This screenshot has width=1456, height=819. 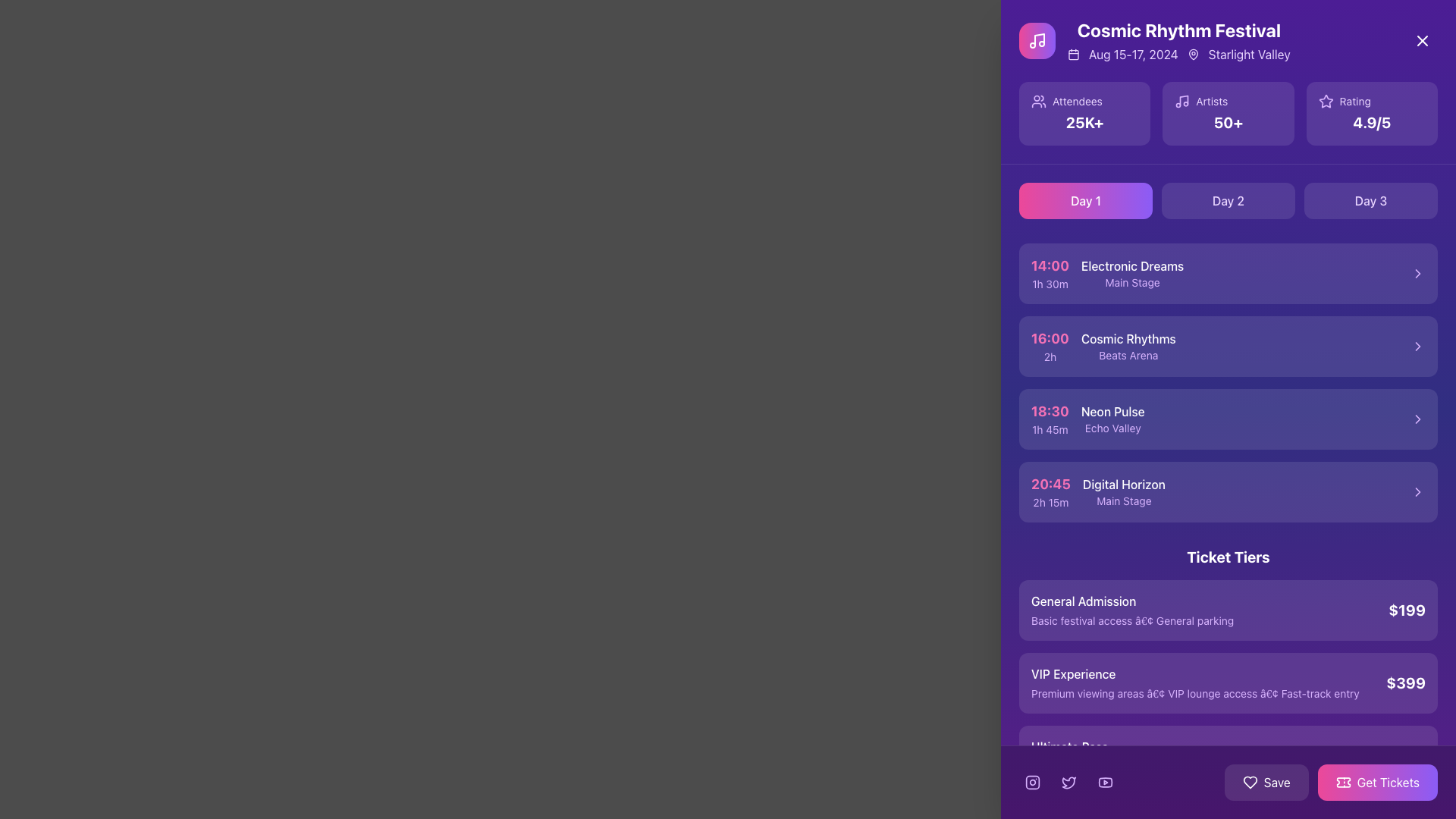 I want to click on the first list item for 'Electronic Dreams' scheduled at '14:00' under the 'Day 1' tab to trigger visual feedback, so click(x=1228, y=274).